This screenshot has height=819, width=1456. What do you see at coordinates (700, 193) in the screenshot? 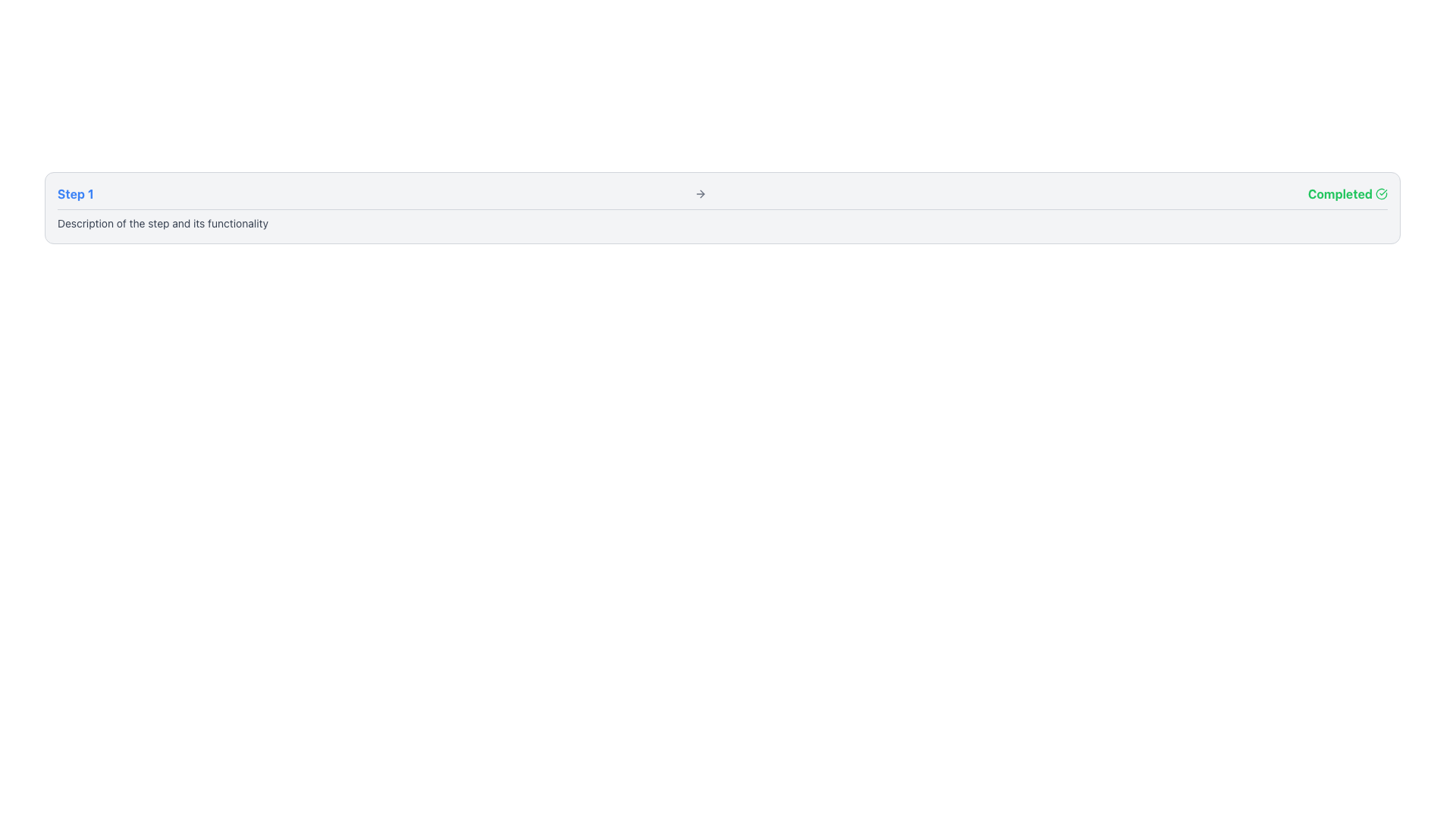
I see `the rightward-pointing arrow icon, which is minimalistic and gray, positioned between 'Step 1' and 'Completed'` at bounding box center [700, 193].